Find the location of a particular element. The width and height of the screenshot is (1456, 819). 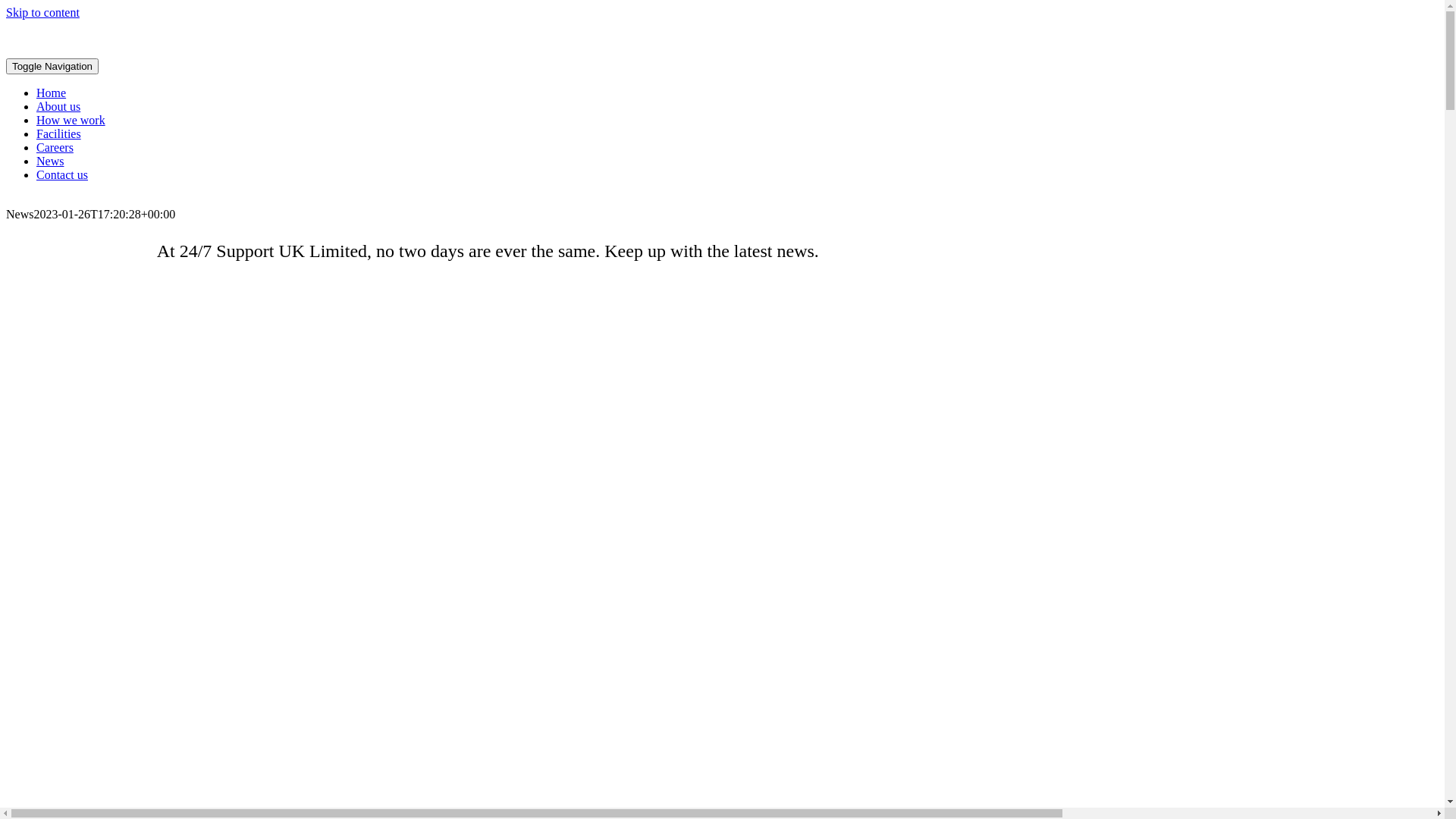

'News' is located at coordinates (36, 161).